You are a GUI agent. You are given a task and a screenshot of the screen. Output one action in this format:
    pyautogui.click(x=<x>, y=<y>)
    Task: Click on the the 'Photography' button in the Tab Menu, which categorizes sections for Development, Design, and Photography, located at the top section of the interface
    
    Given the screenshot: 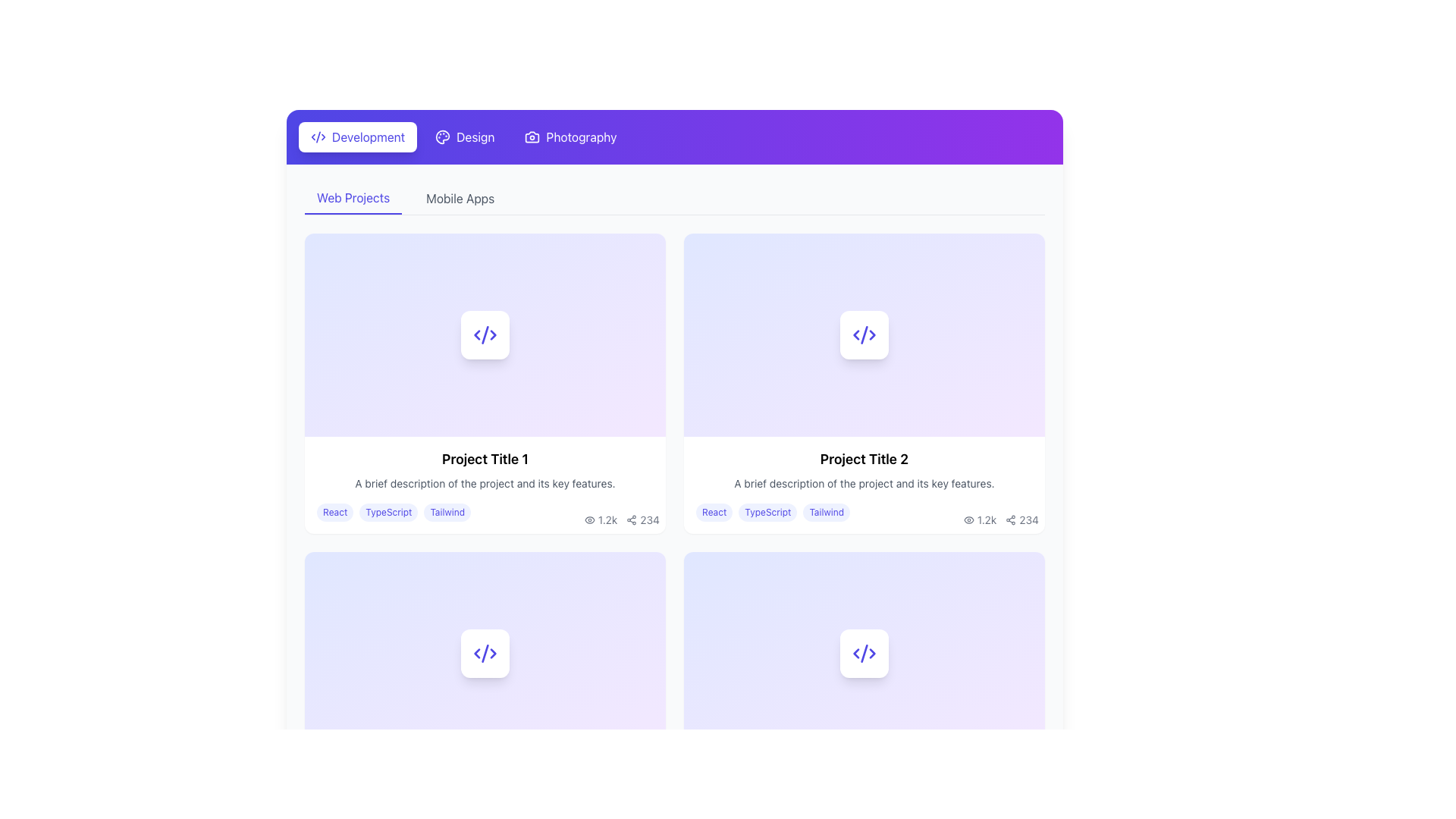 What is the action you would take?
    pyautogui.click(x=673, y=137)
    